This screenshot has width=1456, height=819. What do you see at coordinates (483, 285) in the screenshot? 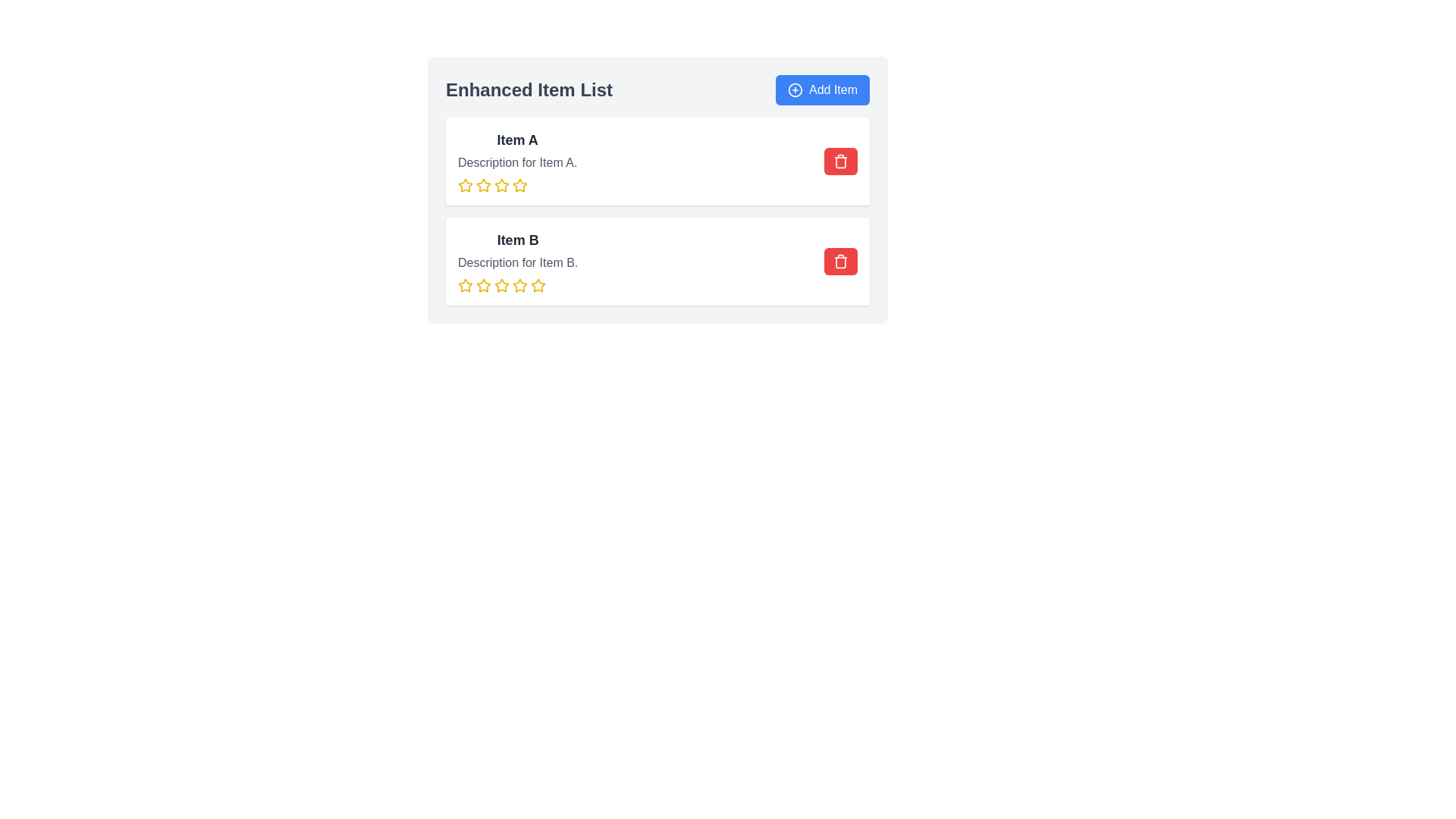
I see `the first star in the rating system of the second item in the 'Enhanced Item List' to rate it` at bounding box center [483, 285].